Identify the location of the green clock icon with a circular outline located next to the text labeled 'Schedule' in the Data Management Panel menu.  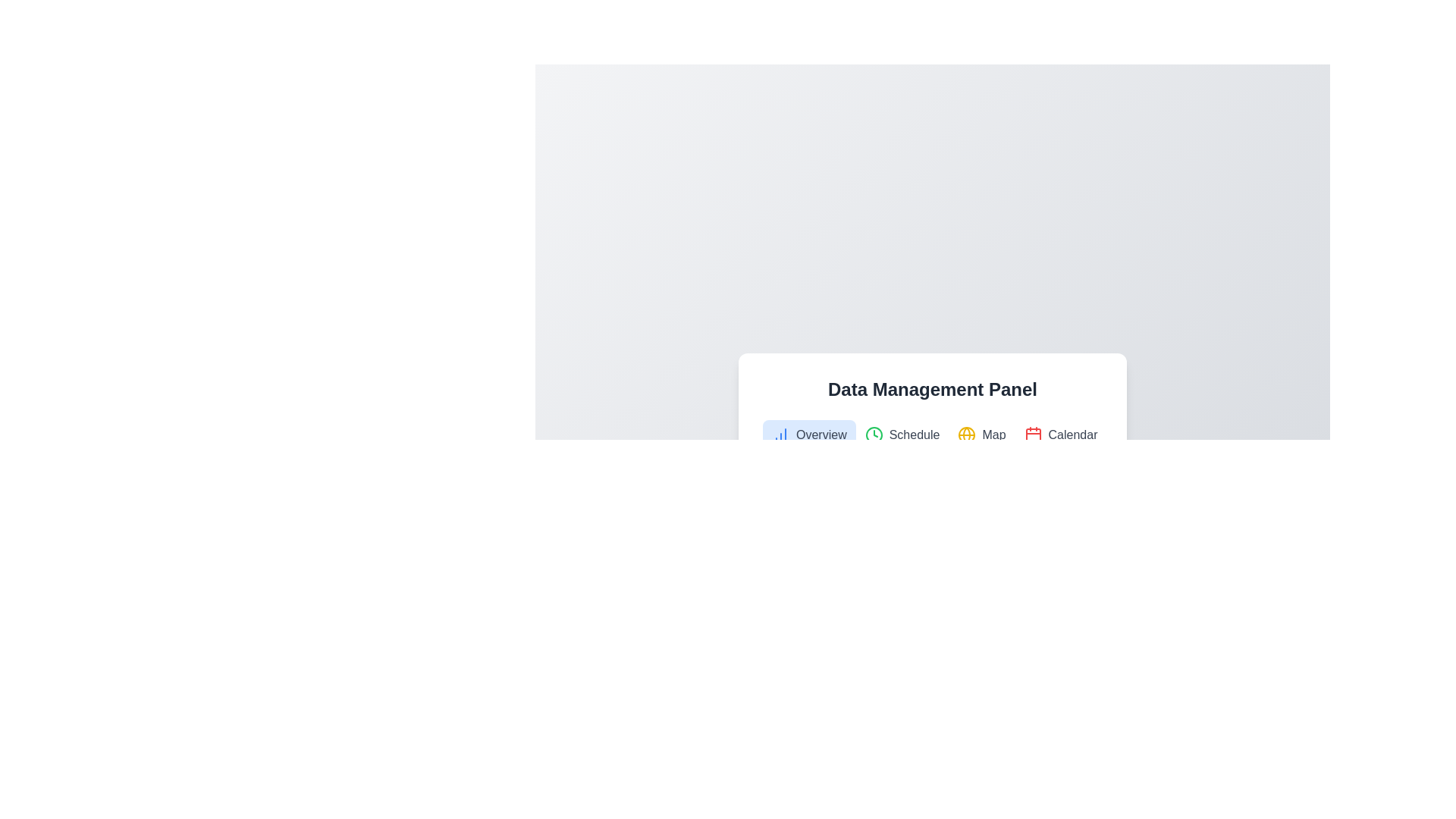
(874, 435).